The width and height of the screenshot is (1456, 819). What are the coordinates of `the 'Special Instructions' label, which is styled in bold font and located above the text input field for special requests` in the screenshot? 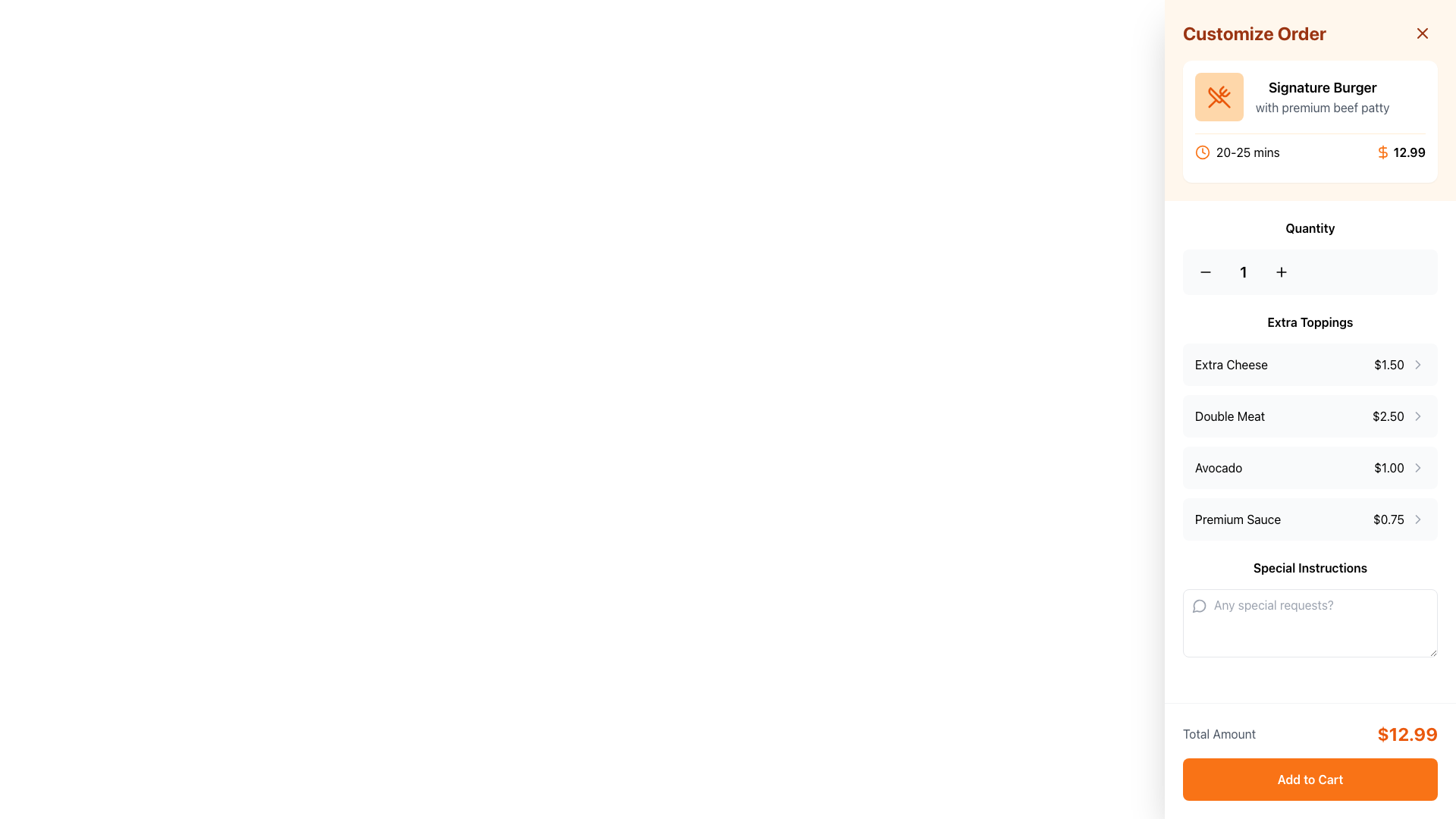 It's located at (1310, 567).